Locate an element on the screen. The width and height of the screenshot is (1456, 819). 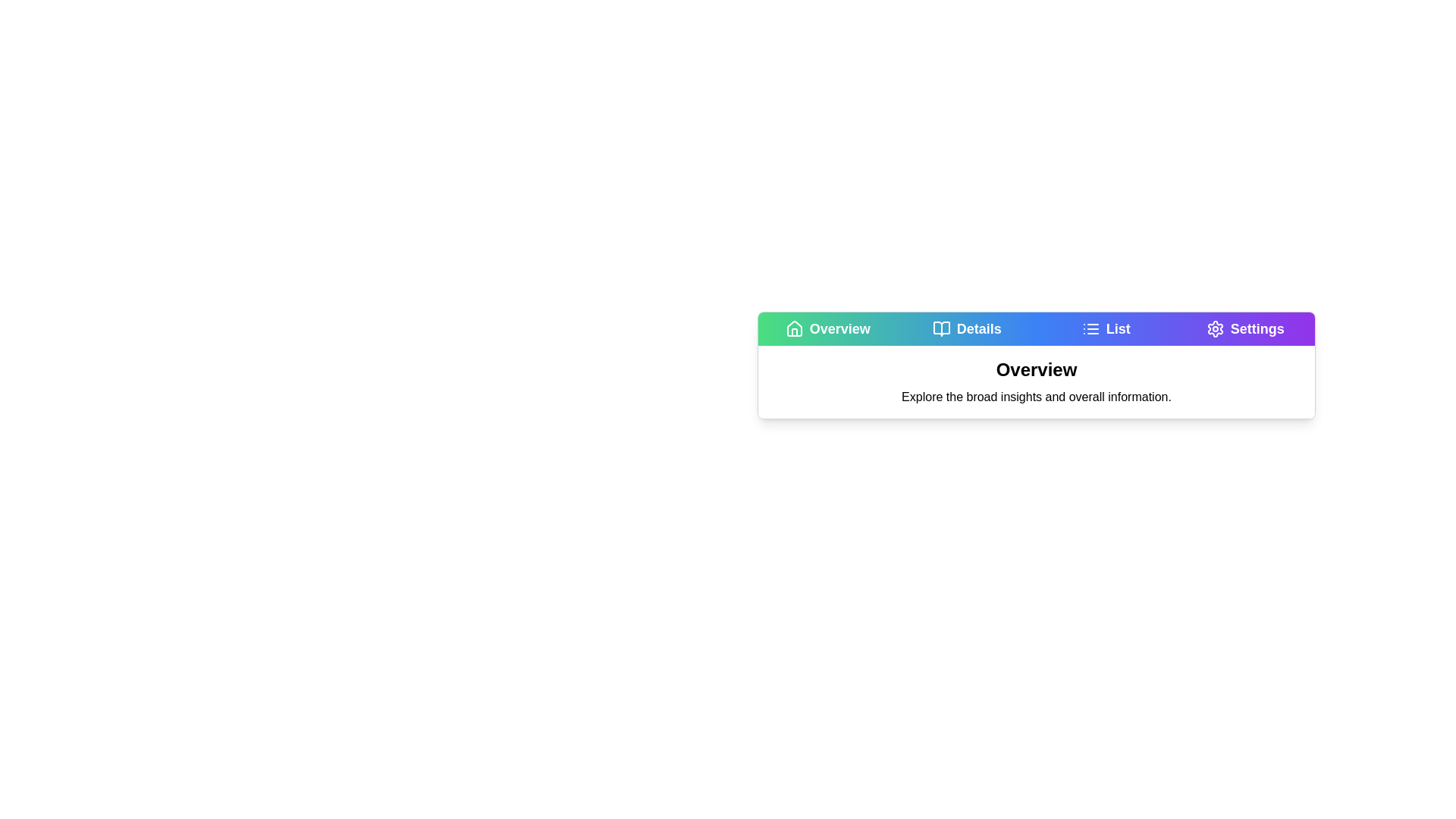
the settings icon button located in the top-right portion of the interface is located at coordinates (1215, 328).